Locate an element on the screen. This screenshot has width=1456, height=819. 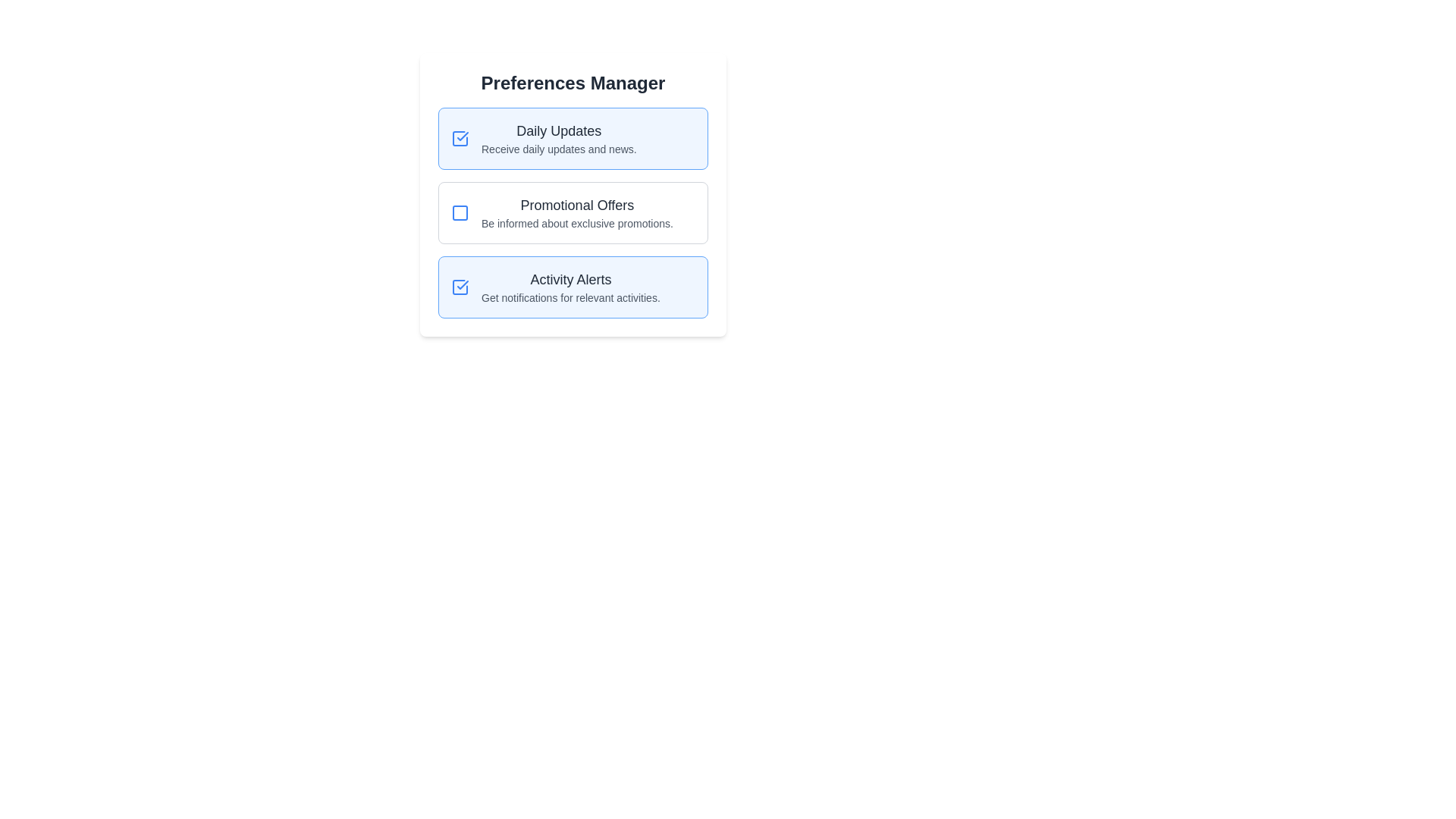
the active blue-outlined checkbox located in the 'Daily Updates' card is located at coordinates (459, 138).